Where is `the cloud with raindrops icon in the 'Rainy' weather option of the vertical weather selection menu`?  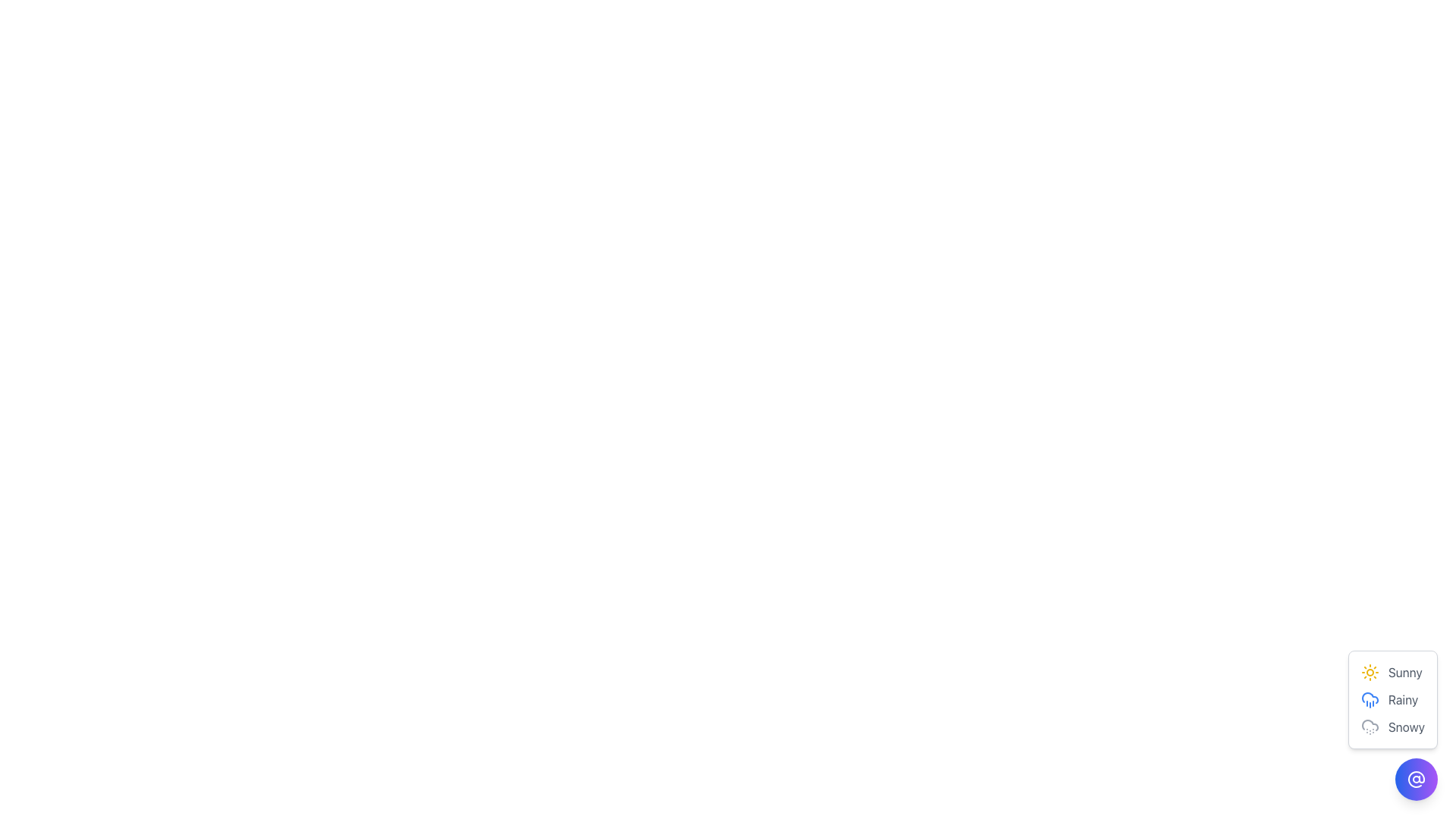 the cloud with raindrops icon in the 'Rainy' weather option of the vertical weather selection menu is located at coordinates (1370, 699).